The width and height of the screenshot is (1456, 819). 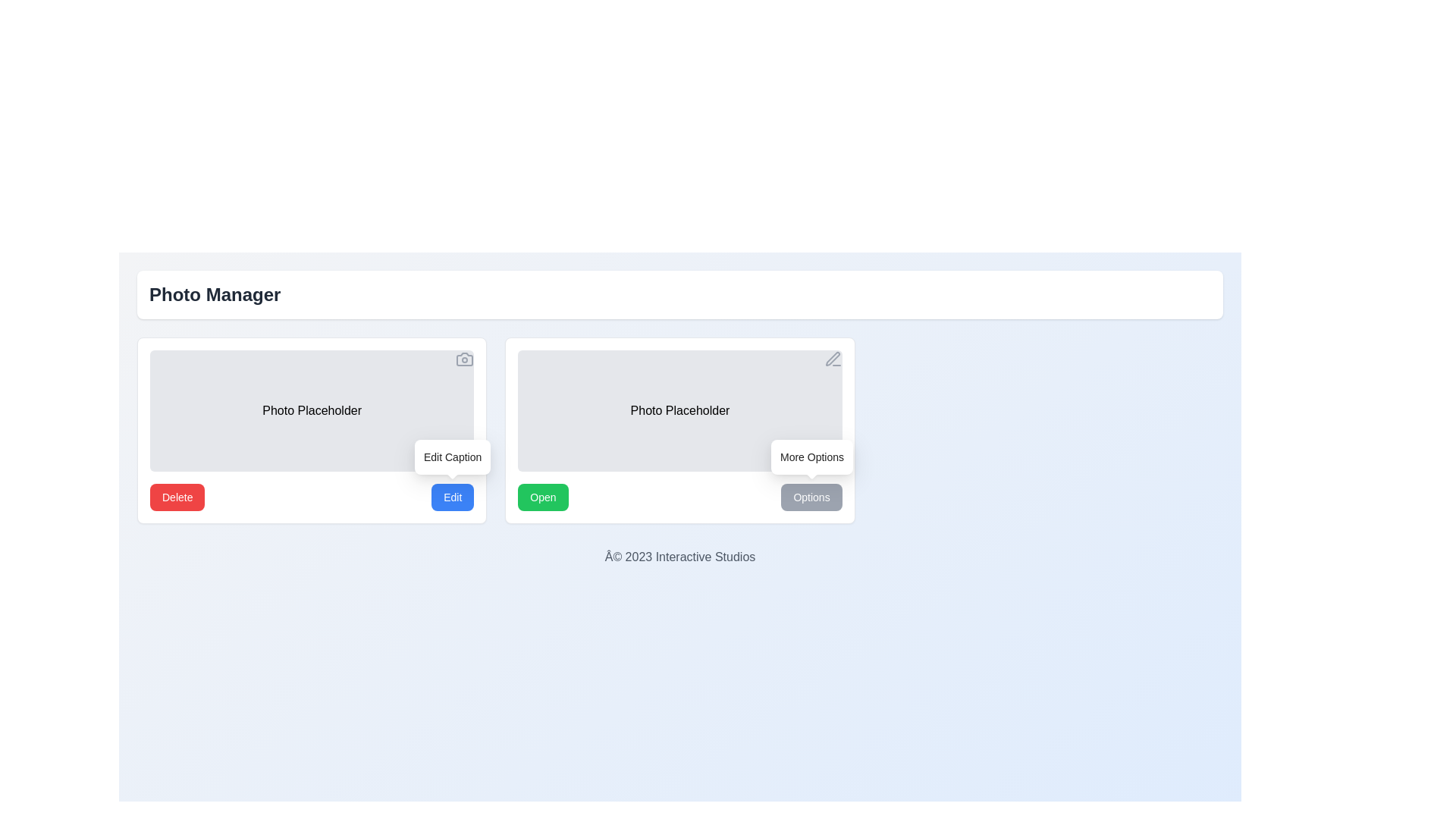 I want to click on the green button labeled 'Open', so click(x=543, y=497).